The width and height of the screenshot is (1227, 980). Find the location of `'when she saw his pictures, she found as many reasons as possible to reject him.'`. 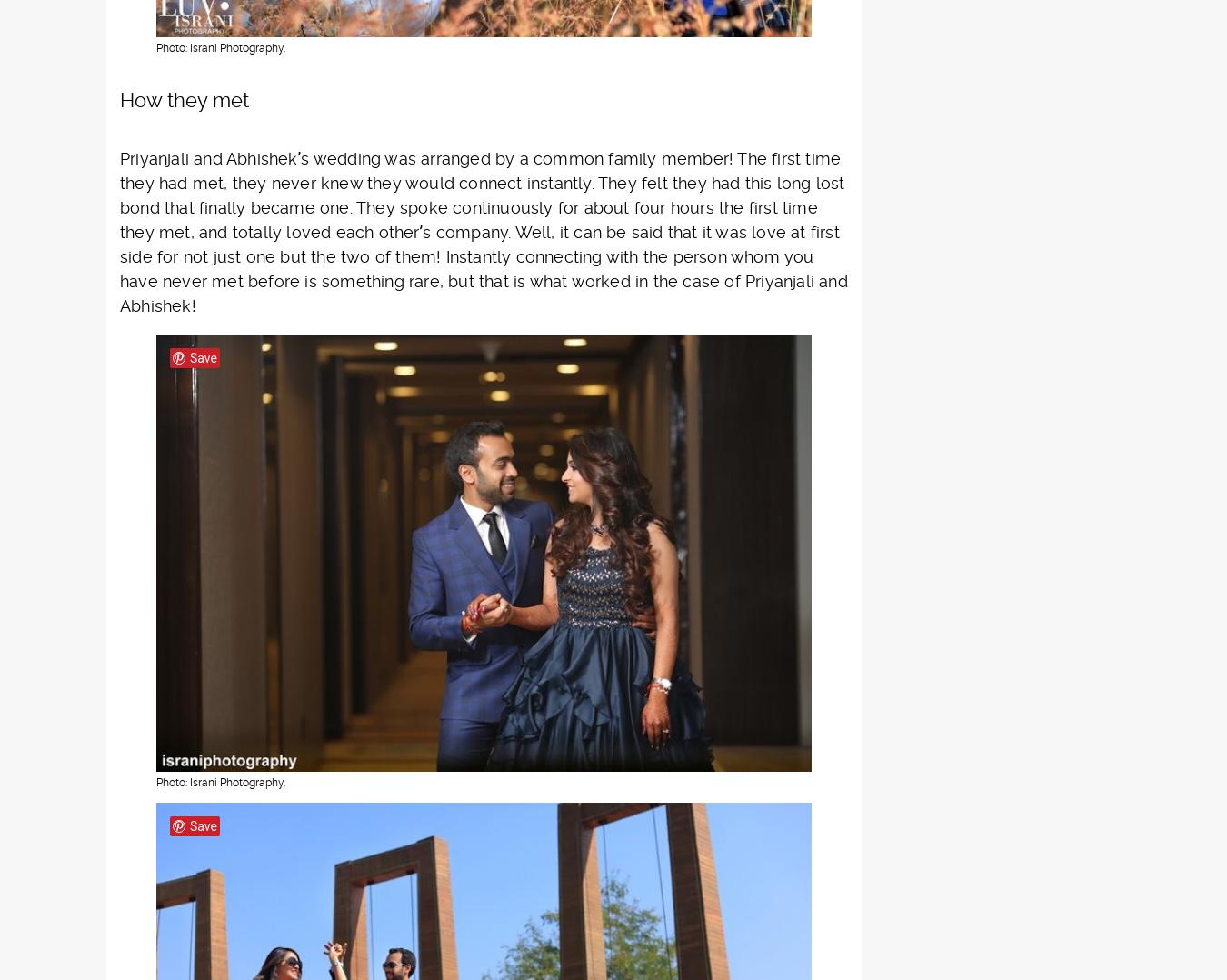

'when she saw his pictures, she found as many reasons as possible to reject him.' is located at coordinates (473, 59).